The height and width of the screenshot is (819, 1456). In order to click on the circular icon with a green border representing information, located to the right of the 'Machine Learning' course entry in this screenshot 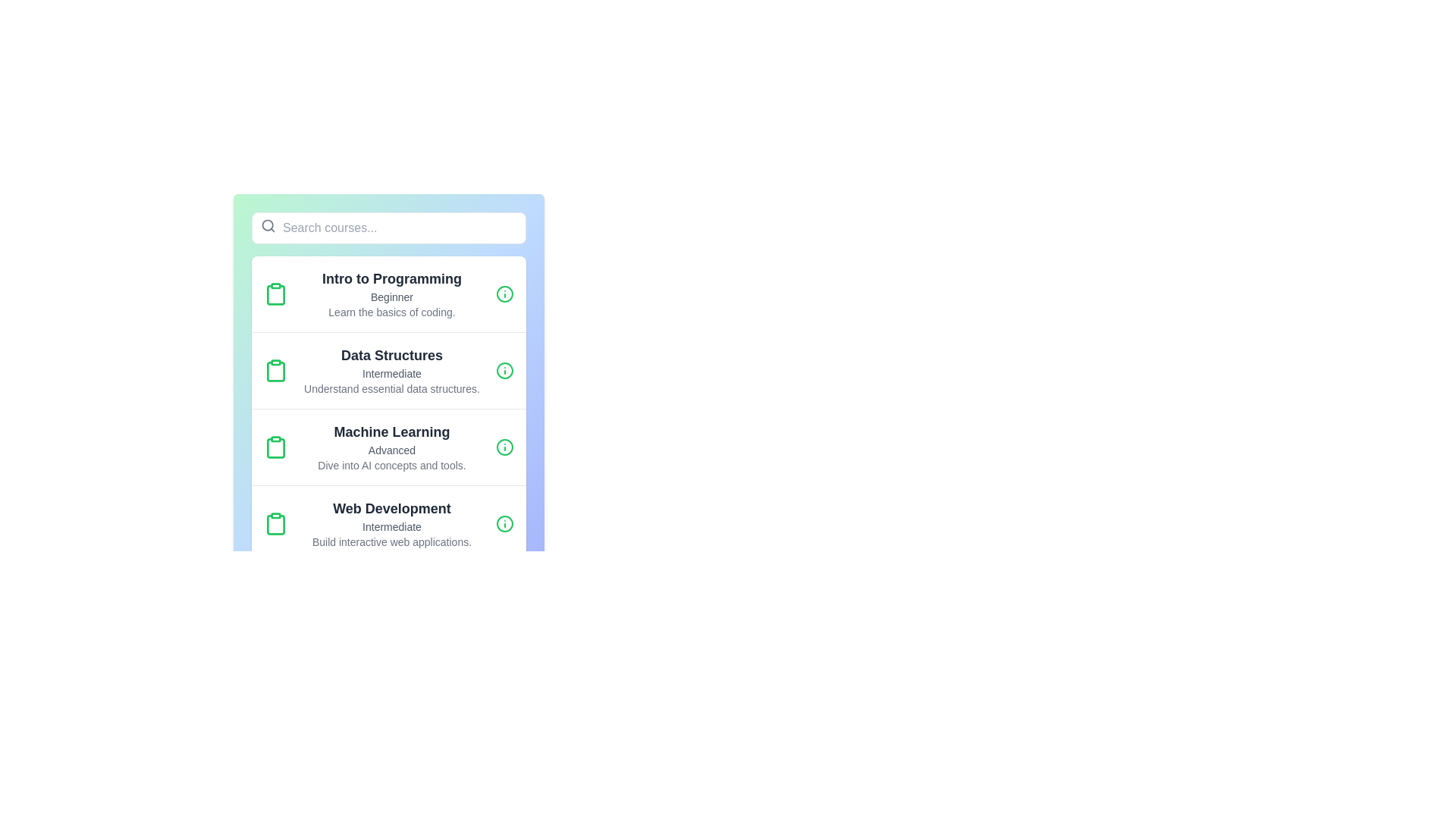, I will do `click(505, 447)`.